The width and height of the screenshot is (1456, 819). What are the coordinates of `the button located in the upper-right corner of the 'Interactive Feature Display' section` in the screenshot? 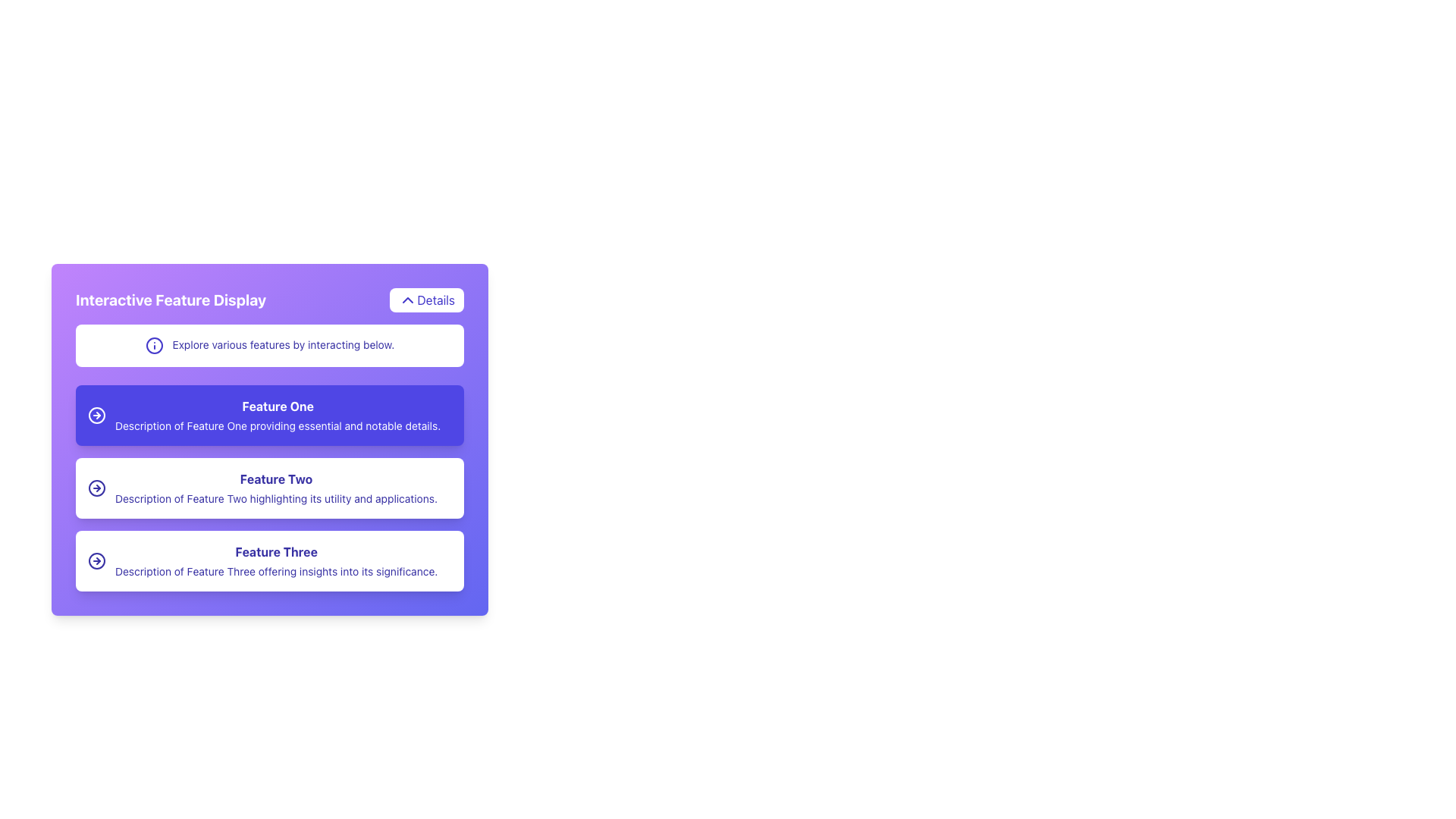 It's located at (426, 300).